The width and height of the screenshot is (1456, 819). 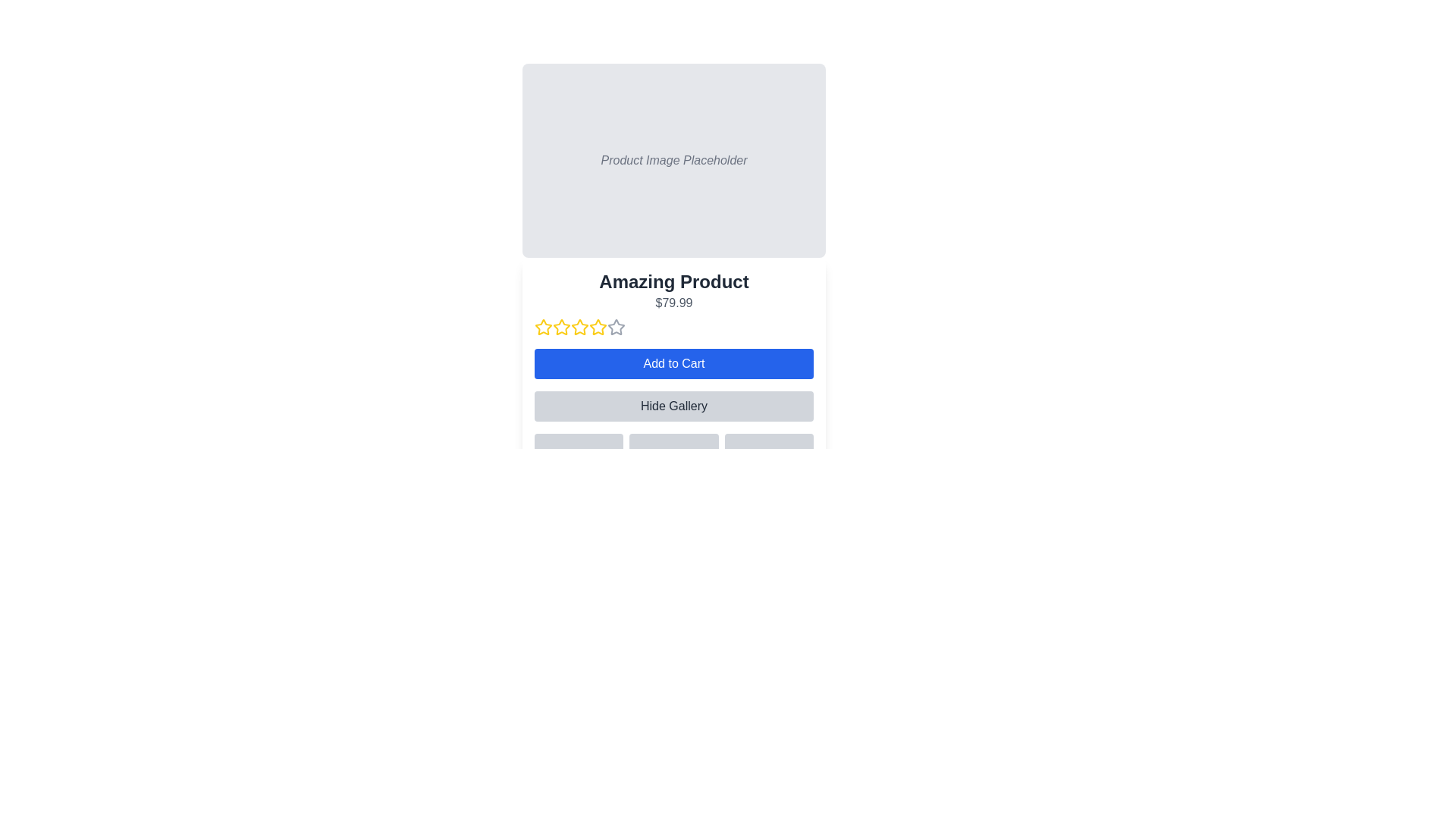 What do you see at coordinates (616, 326) in the screenshot?
I see `the fourth star in the horizontal row of five stars to trigger a tooltip or effect, indicating a 4-star rating selection` at bounding box center [616, 326].